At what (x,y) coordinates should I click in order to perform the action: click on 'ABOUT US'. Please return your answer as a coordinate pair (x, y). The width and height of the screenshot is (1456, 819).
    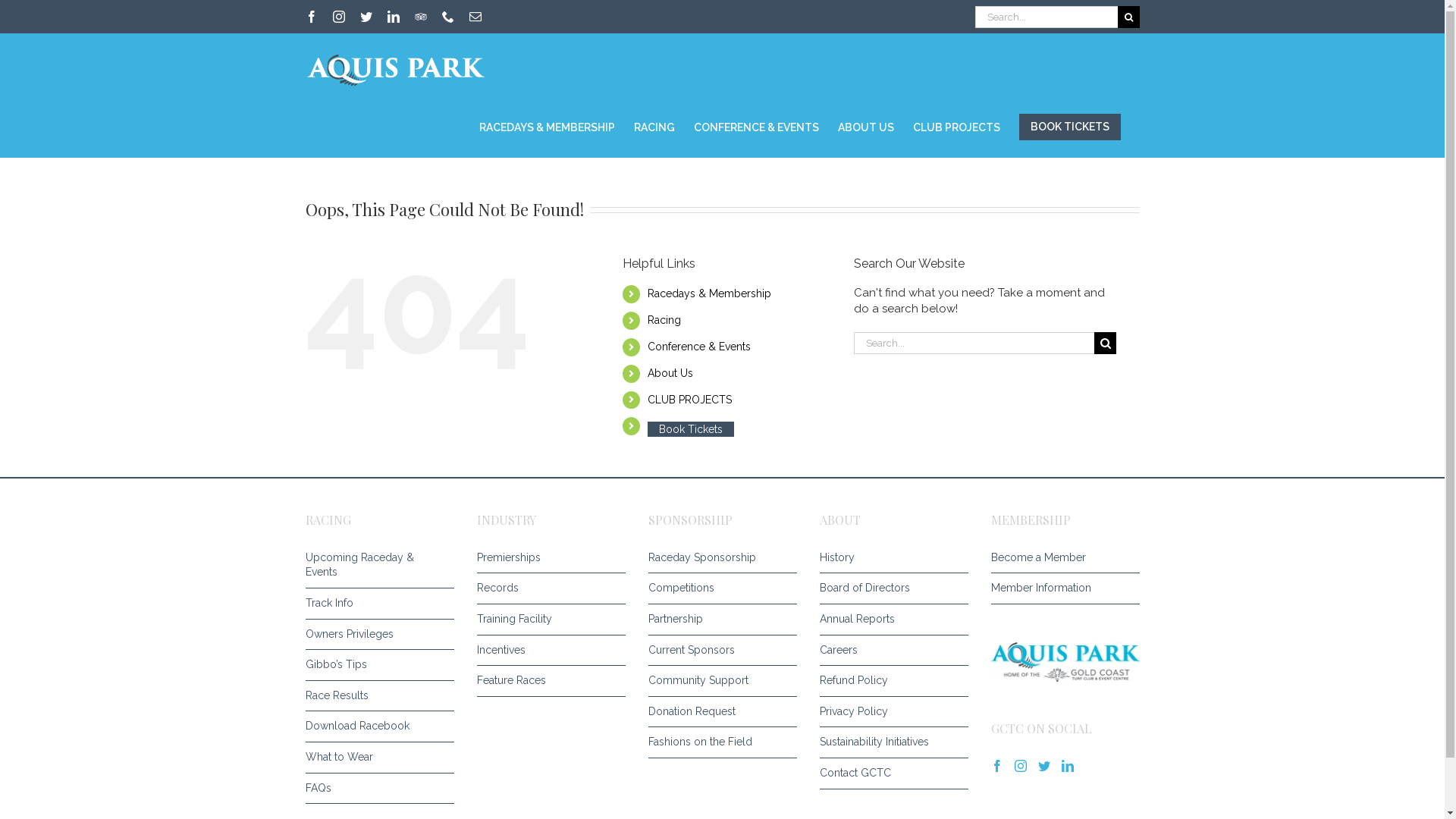
    Looking at the image, I should click on (865, 125).